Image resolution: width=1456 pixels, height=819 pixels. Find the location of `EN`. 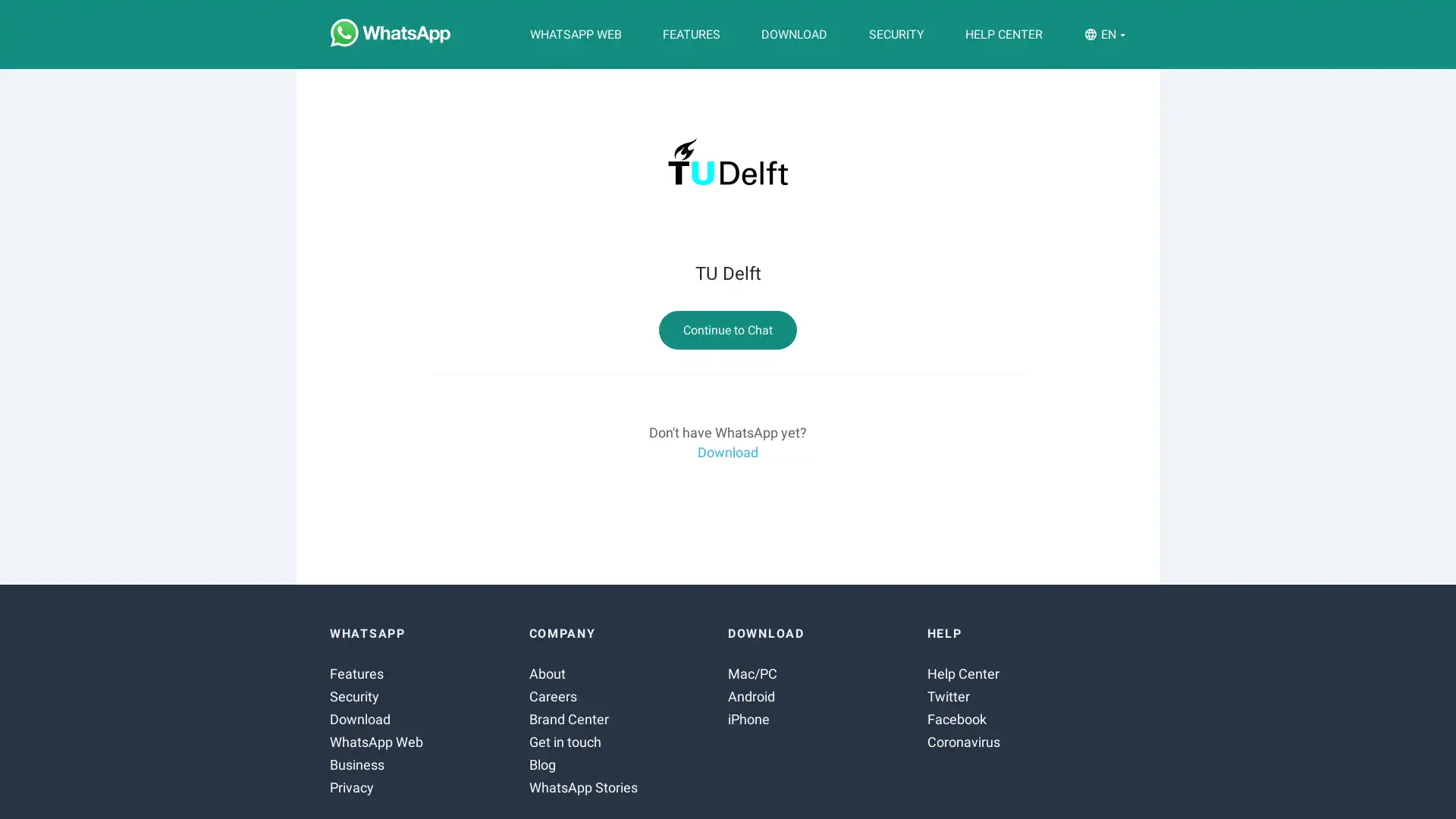

EN is located at coordinates (1105, 34).